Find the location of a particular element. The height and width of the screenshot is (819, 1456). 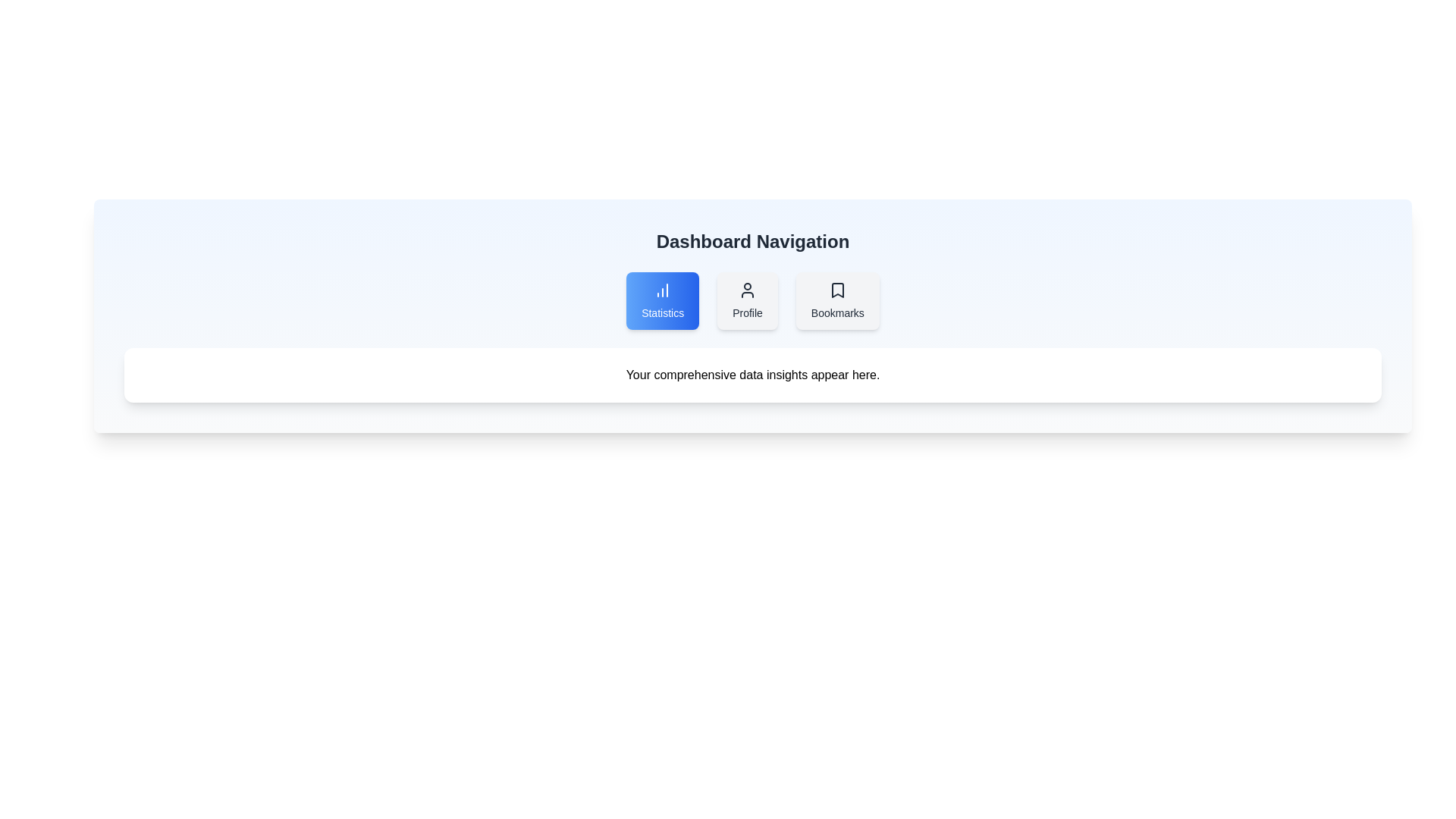

the user profile icon, which is a minimalistic circular head and shoulder outline, located centrally within the 'Profile' button in the navigation bar beneath 'Dashboard Navigation' is located at coordinates (747, 290).